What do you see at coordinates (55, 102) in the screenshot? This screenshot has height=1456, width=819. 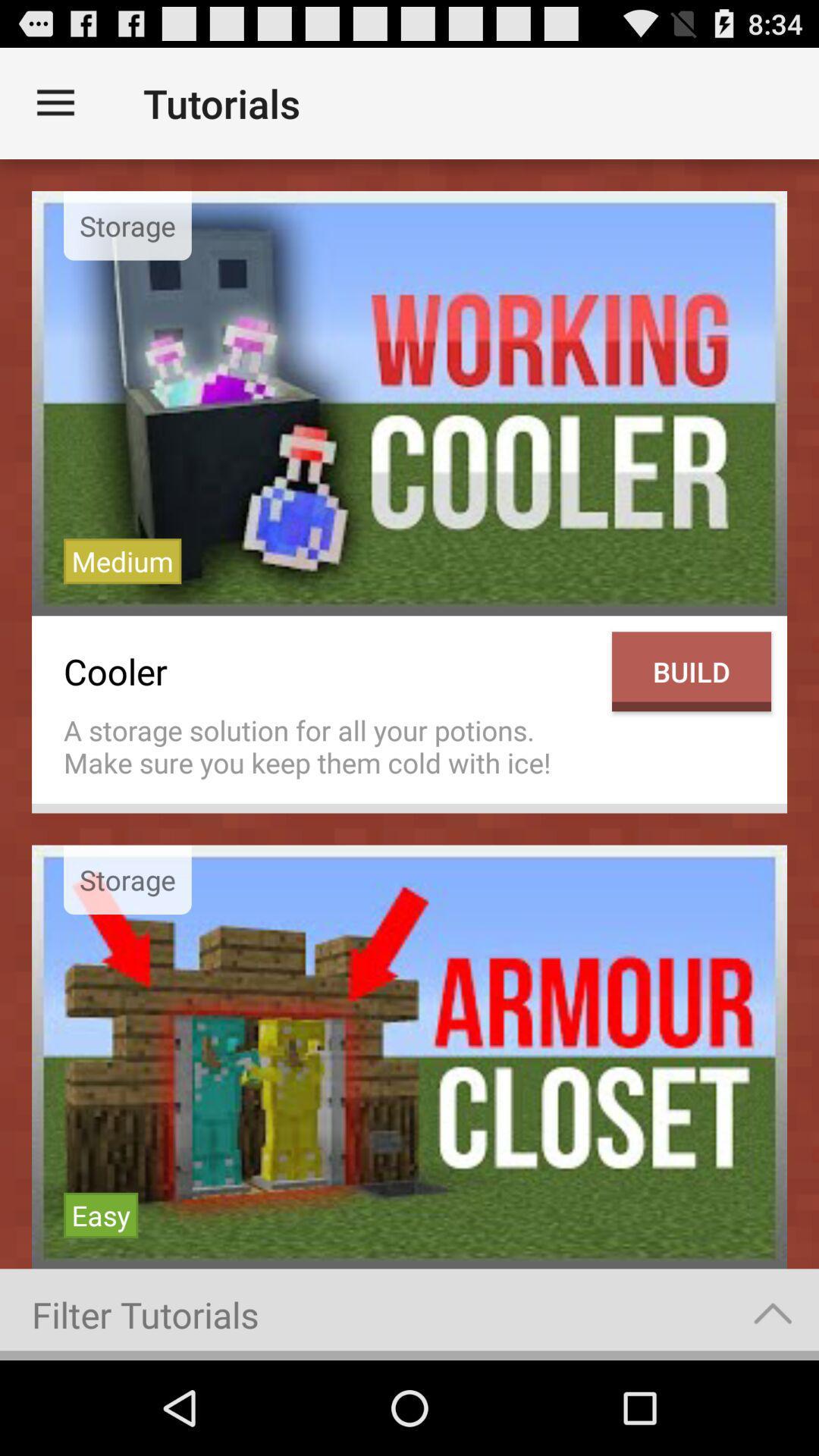 I see `item to the left of tutorials app` at bounding box center [55, 102].